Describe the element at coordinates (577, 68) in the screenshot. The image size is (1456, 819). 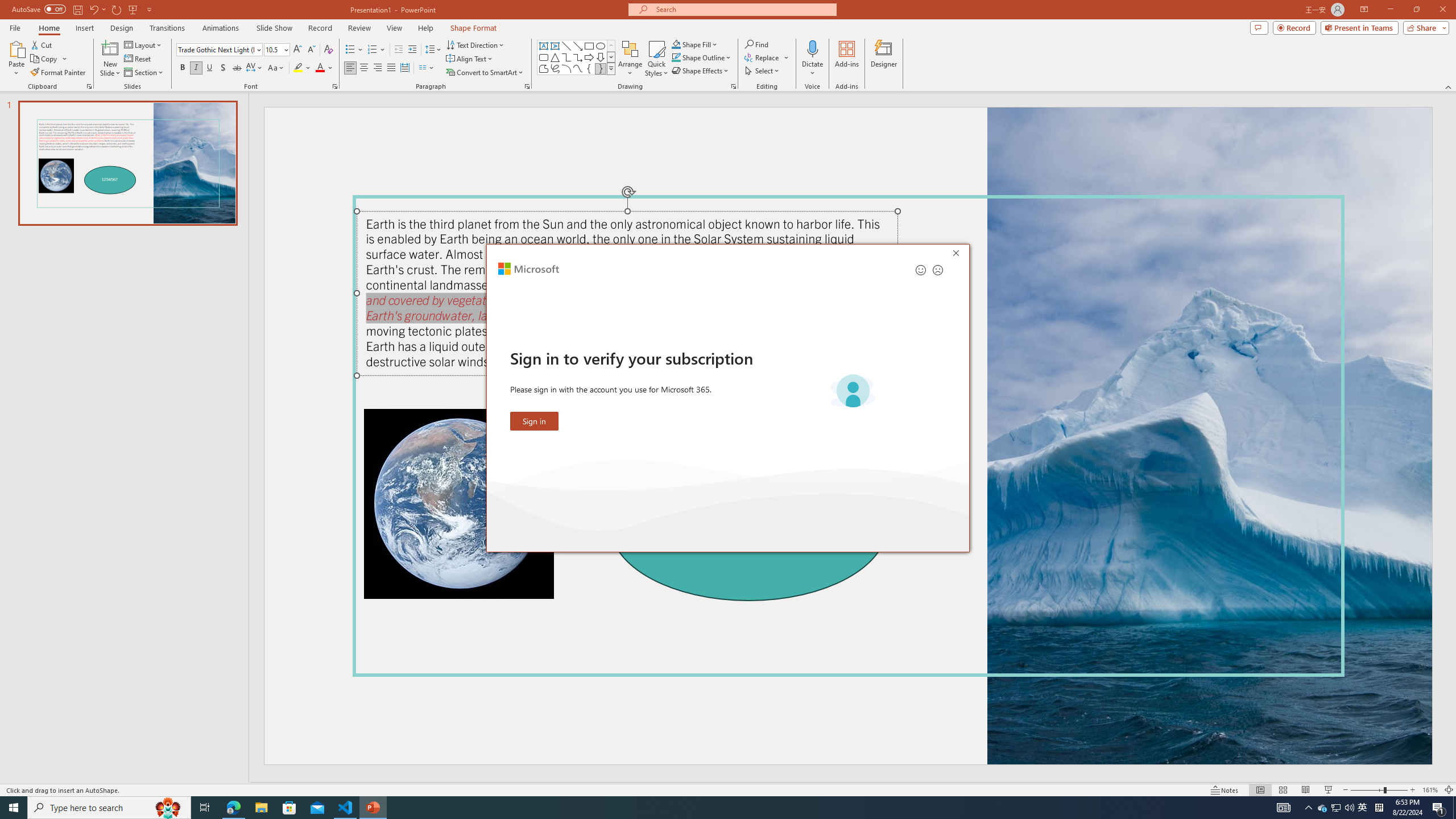
I see `'Curve'` at that location.